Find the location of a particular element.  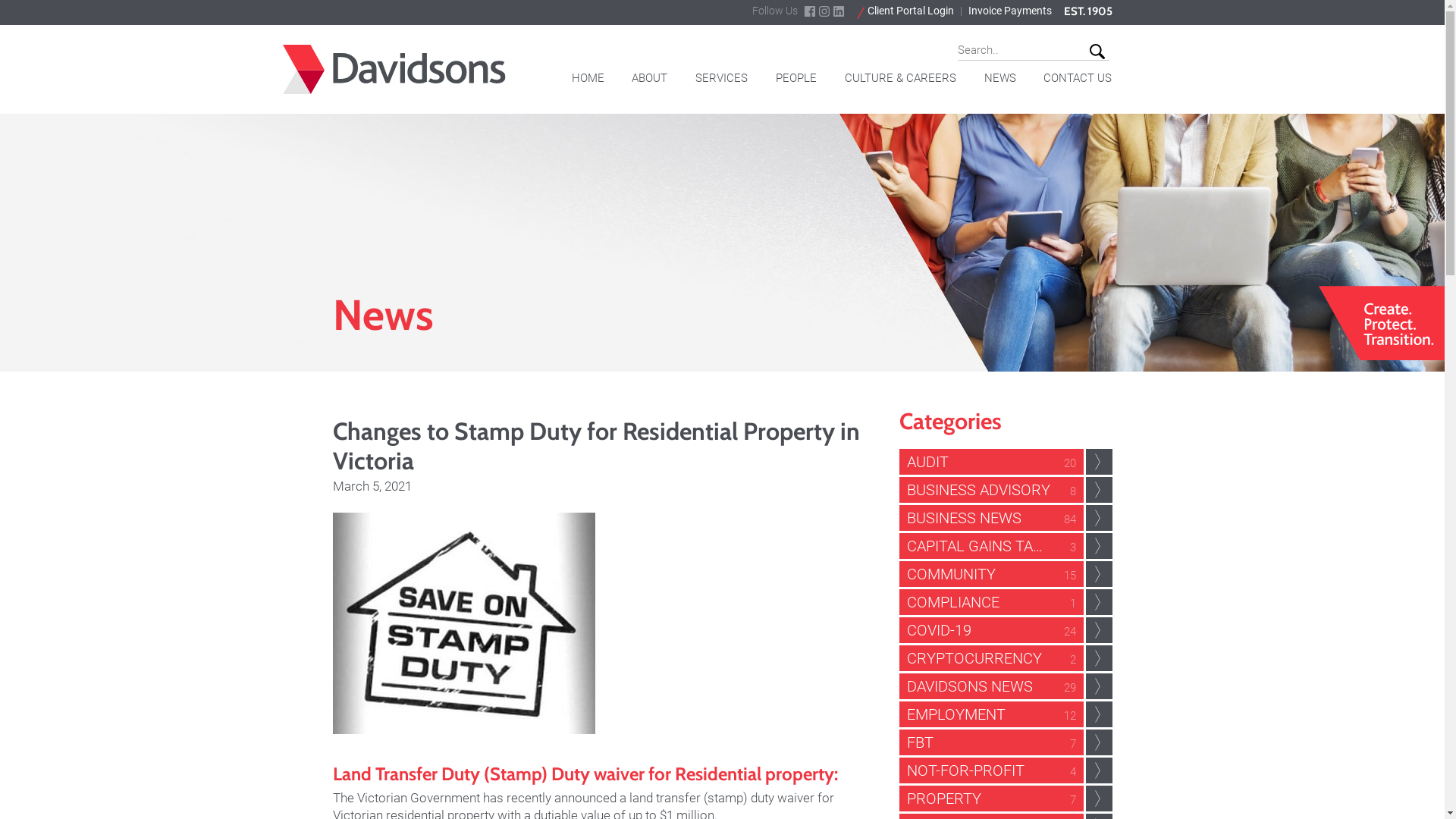

'linkdin' is located at coordinates (837, 11).